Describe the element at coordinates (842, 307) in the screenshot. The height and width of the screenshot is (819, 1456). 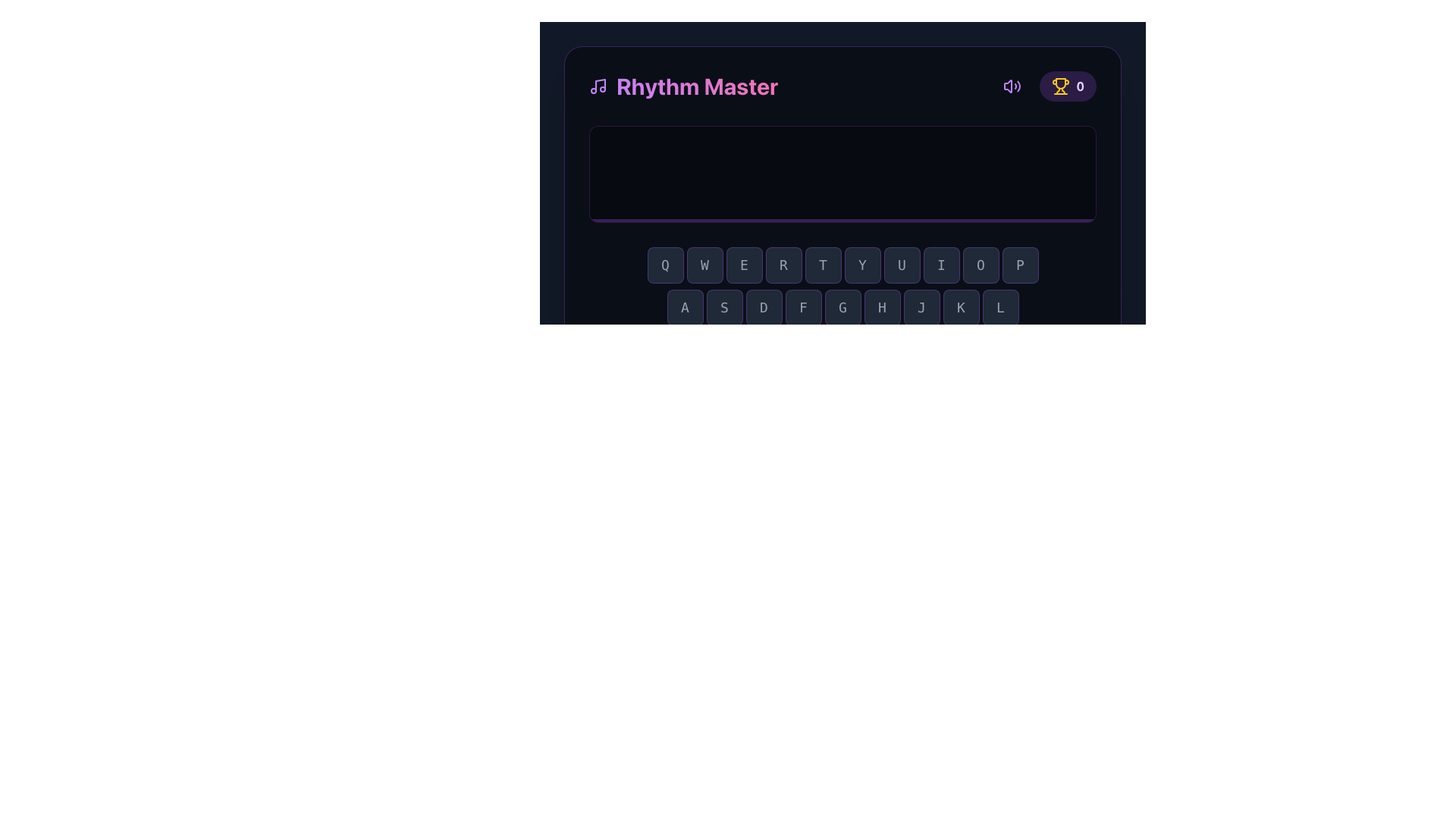
I see `the square button with rounded corners labeled 'G', which is the fifth button in a row of buttons` at that location.